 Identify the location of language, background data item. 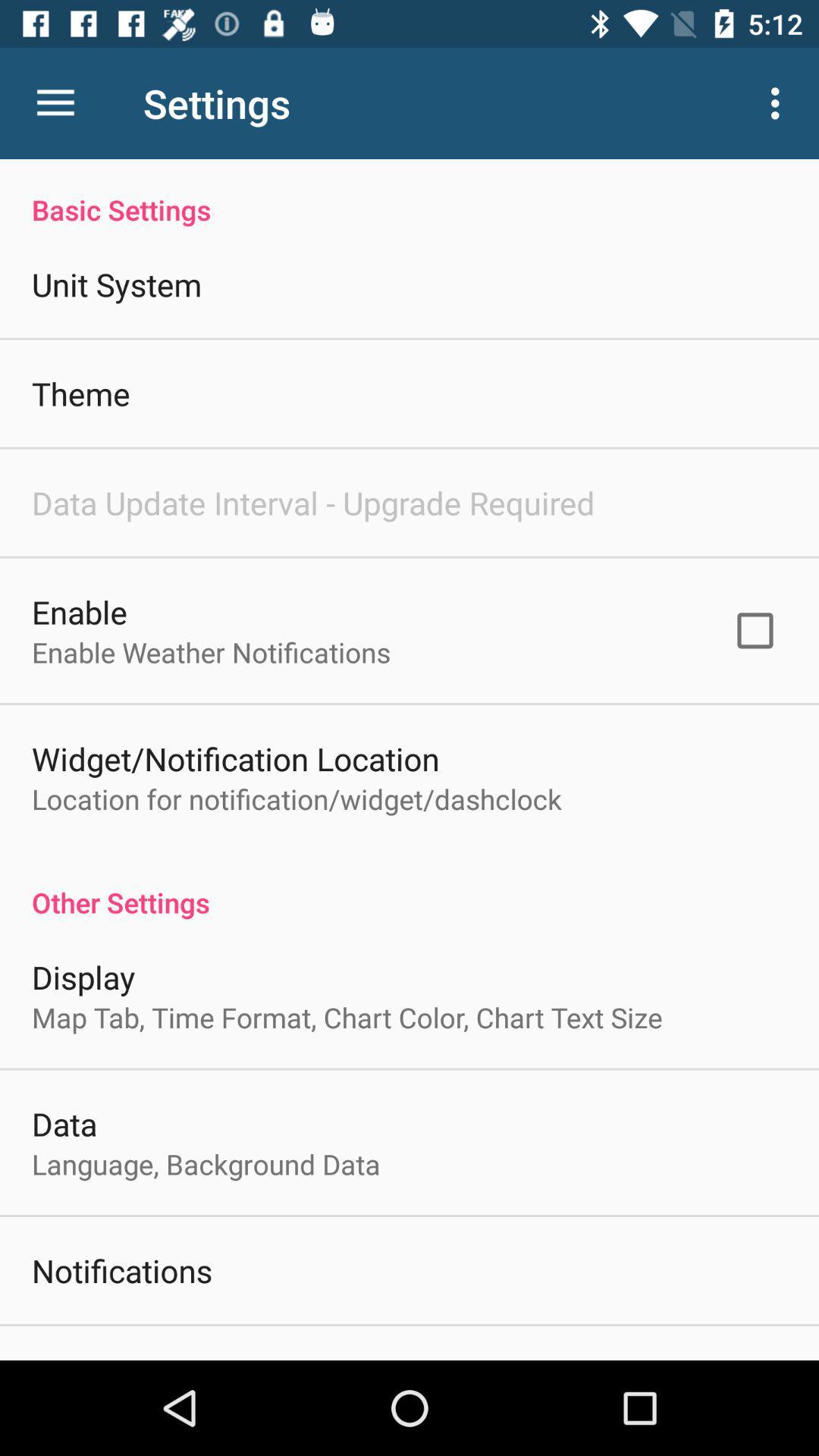
(206, 1163).